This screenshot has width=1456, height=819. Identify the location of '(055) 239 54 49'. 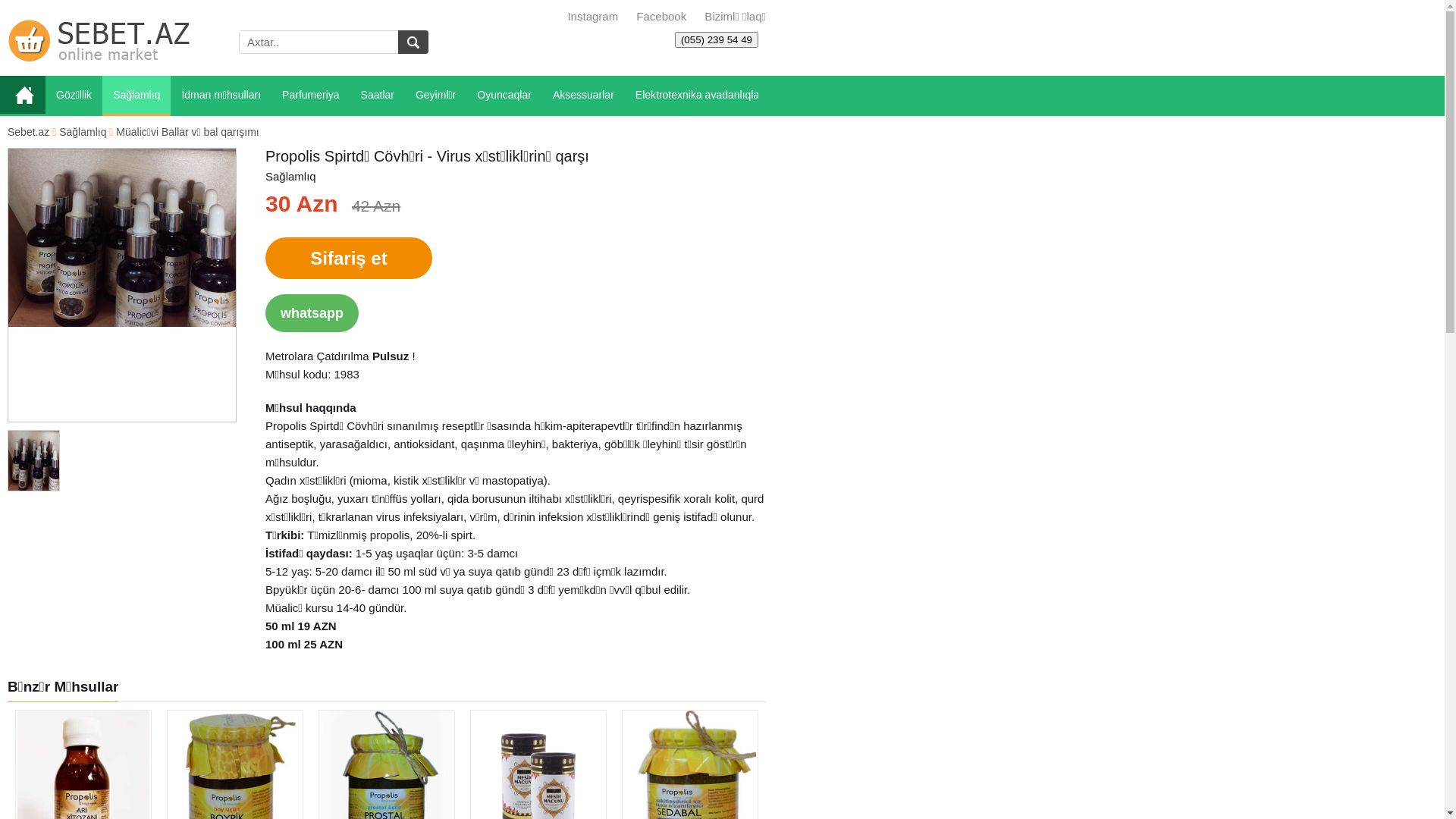
(716, 39).